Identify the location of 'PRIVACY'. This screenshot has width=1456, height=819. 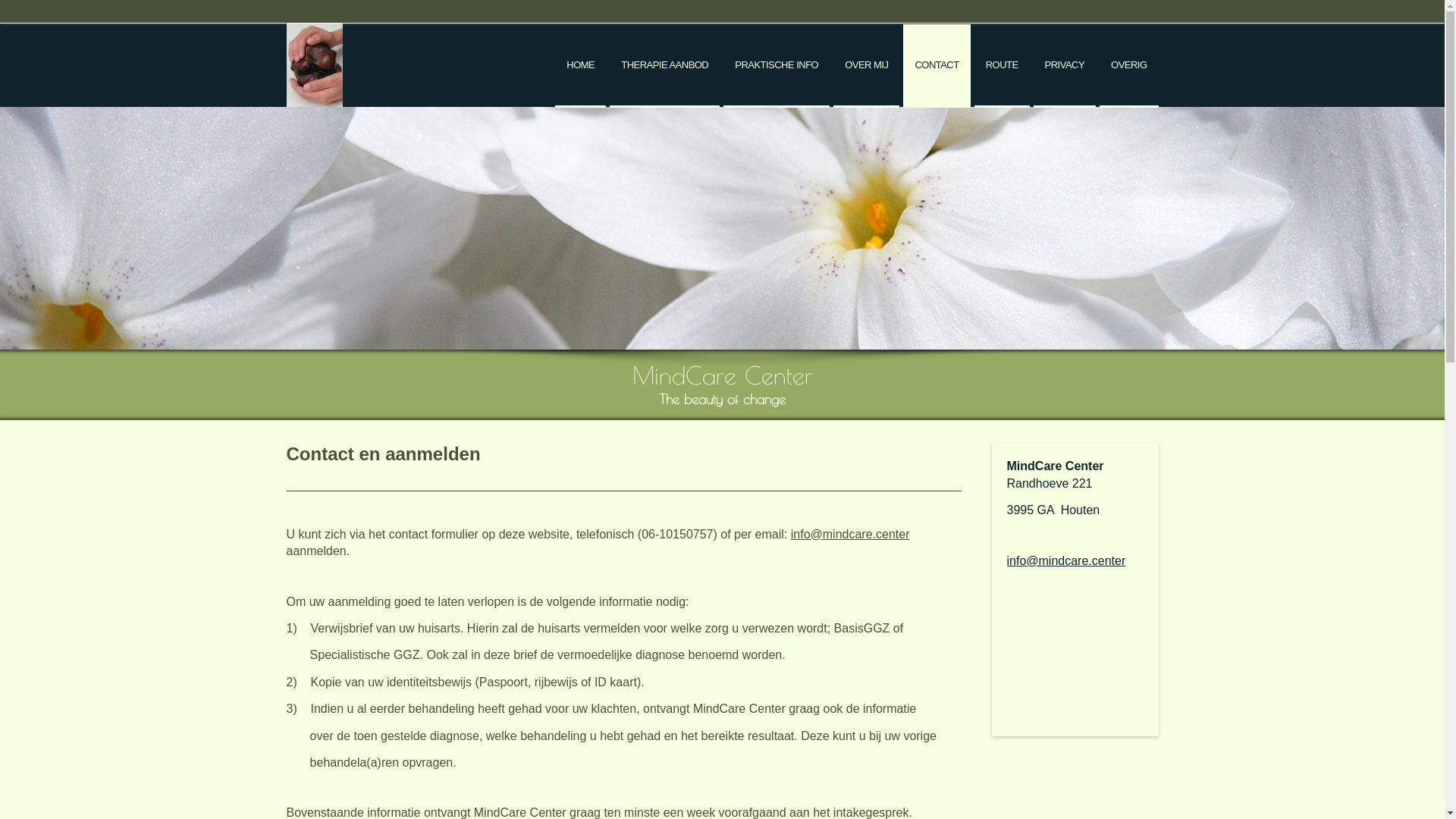
(1063, 65).